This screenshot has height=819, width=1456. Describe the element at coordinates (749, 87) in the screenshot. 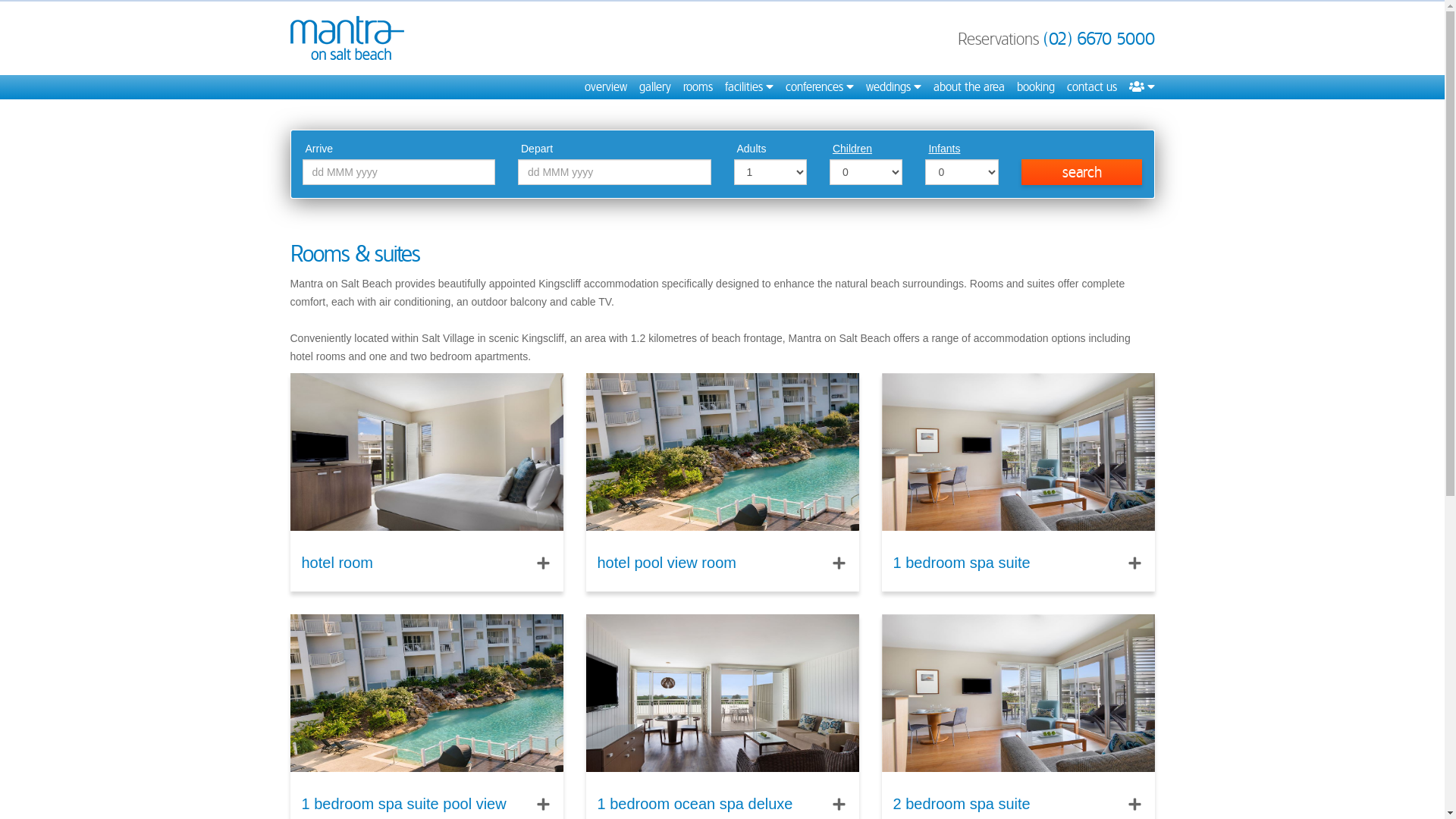

I see `'facilities'` at that location.